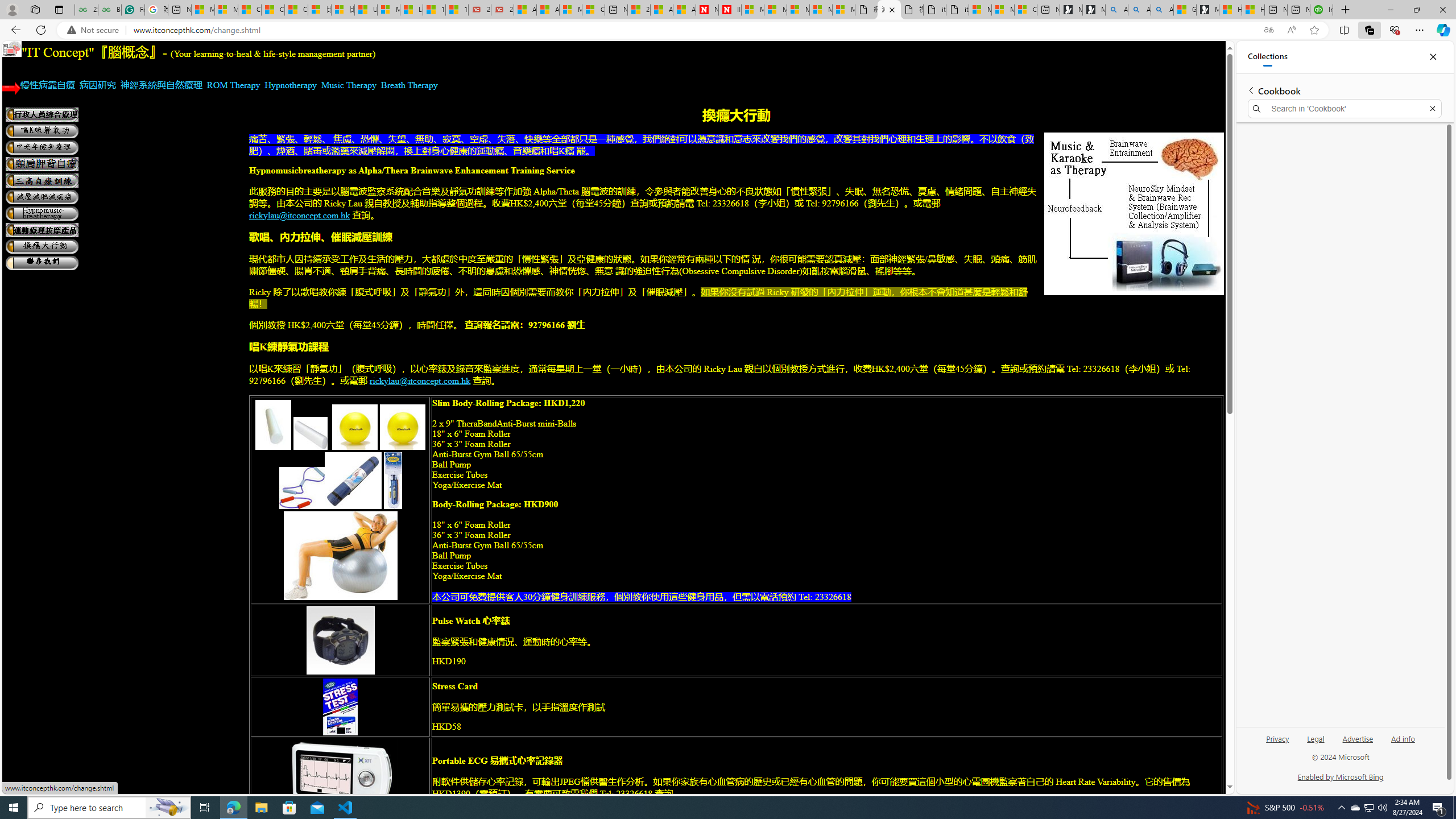 This screenshot has height=819, width=1456. Describe the element at coordinates (1316, 738) in the screenshot. I see `'Legal'` at that location.